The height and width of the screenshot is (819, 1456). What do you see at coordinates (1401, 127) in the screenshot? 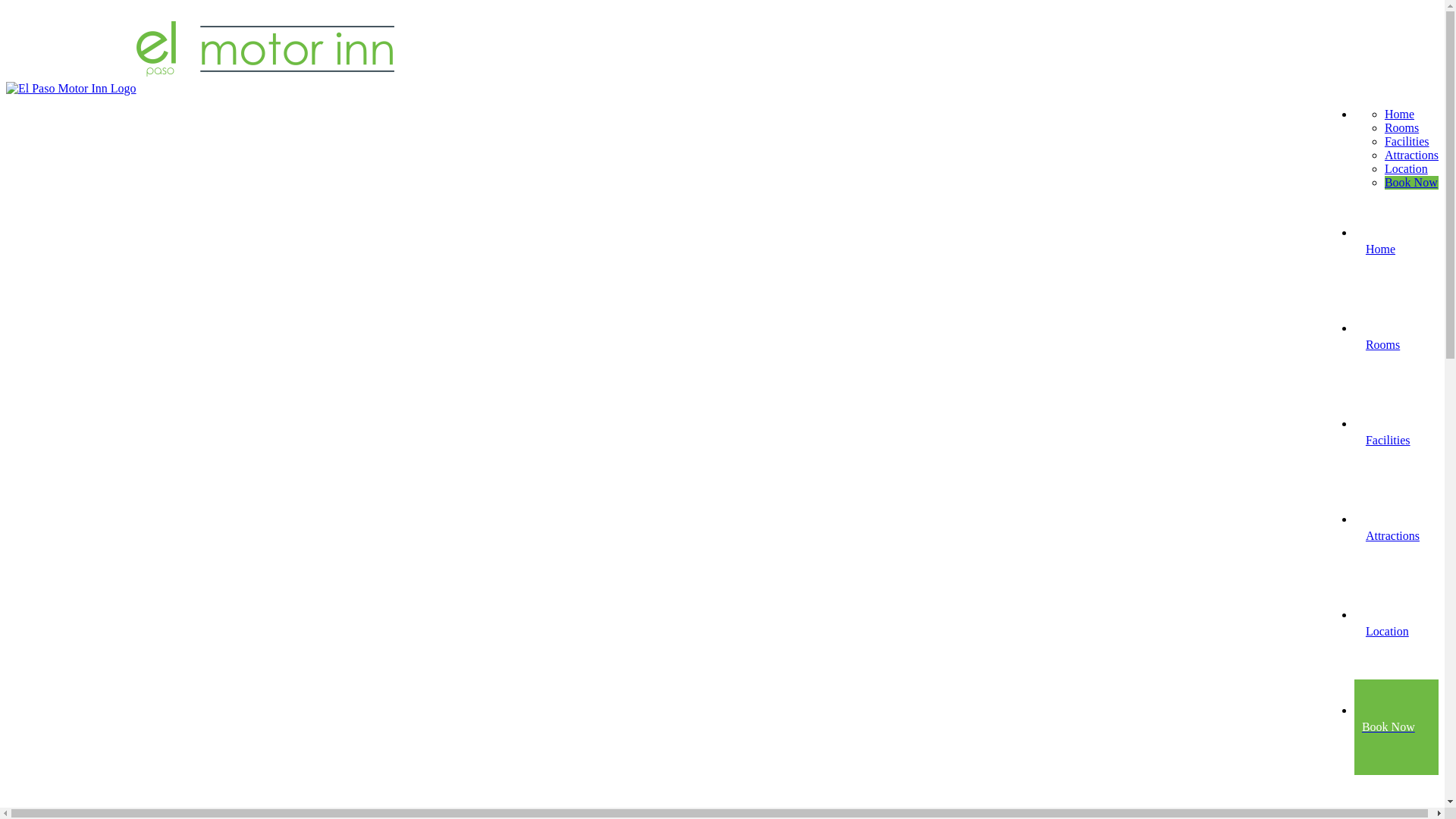
I see `'Rooms'` at bounding box center [1401, 127].